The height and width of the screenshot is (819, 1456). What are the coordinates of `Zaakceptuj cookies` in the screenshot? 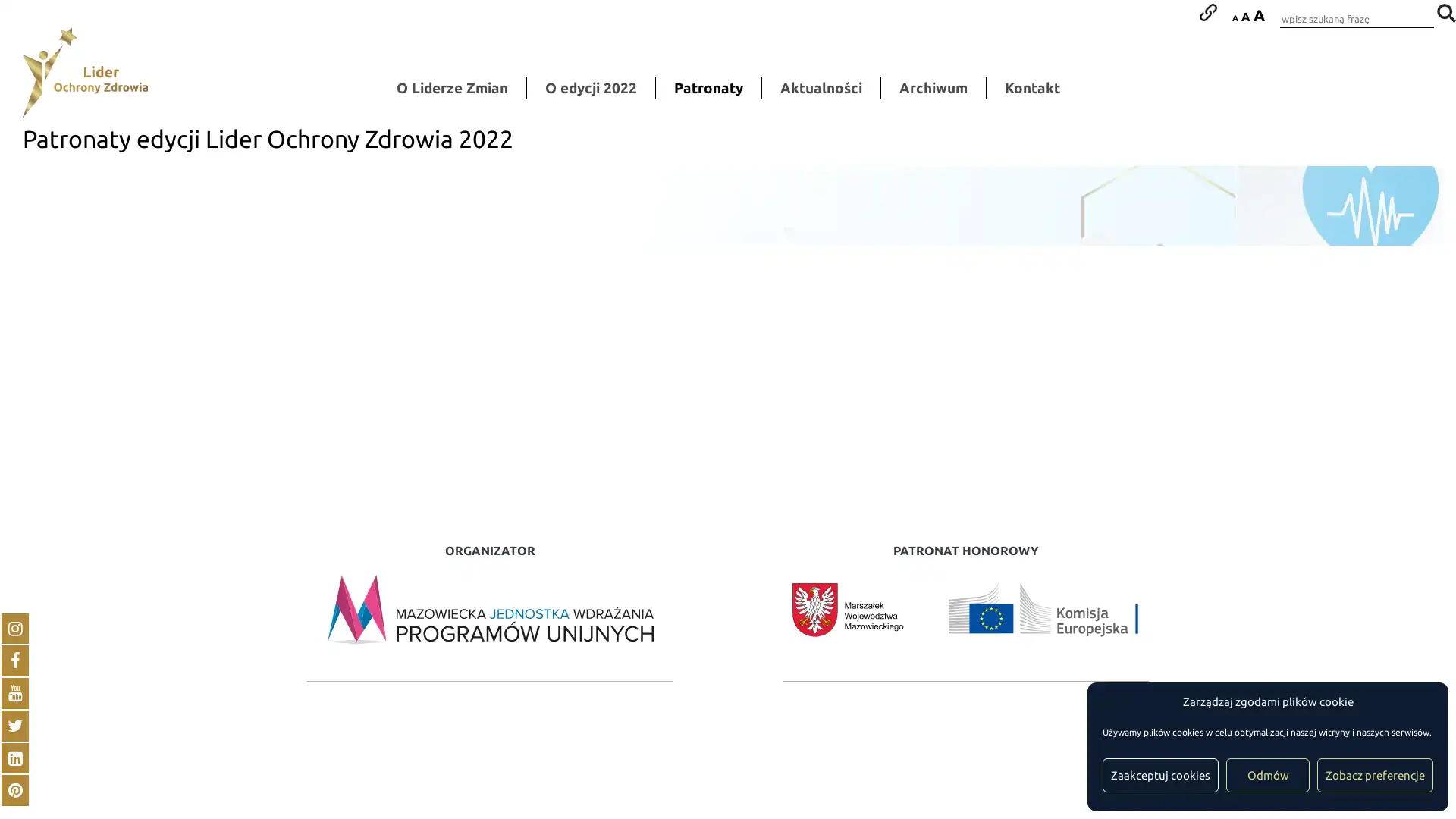 It's located at (1159, 775).